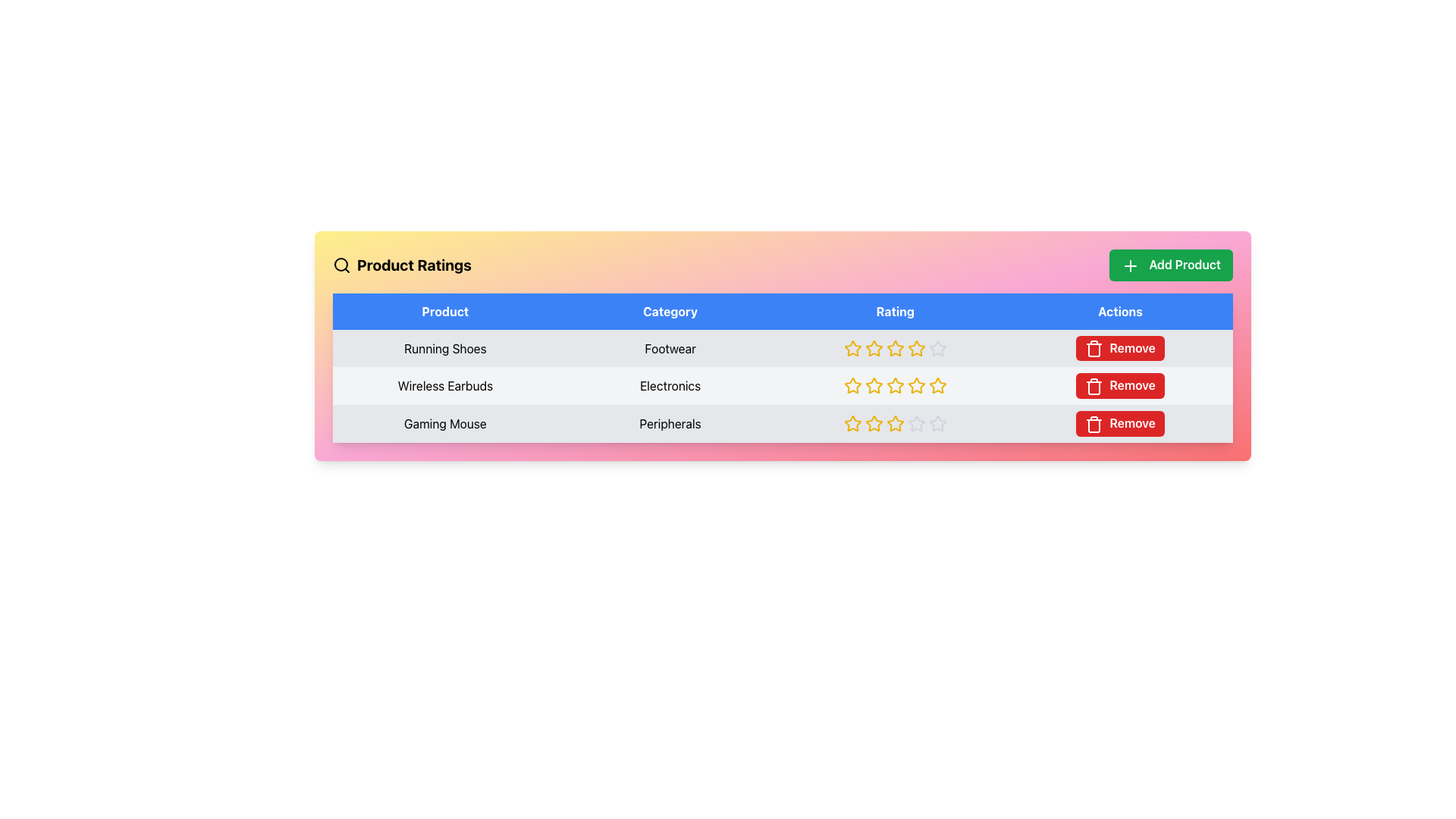 Image resolution: width=1456 pixels, height=819 pixels. Describe the element at coordinates (1120, 424) in the screenshot. I see `the 'Remove' button, which is a bold red rectangular button with white text and a trash bin icon, located in the 'Actions' column of the 'Gaming Mouse' row` at that location.